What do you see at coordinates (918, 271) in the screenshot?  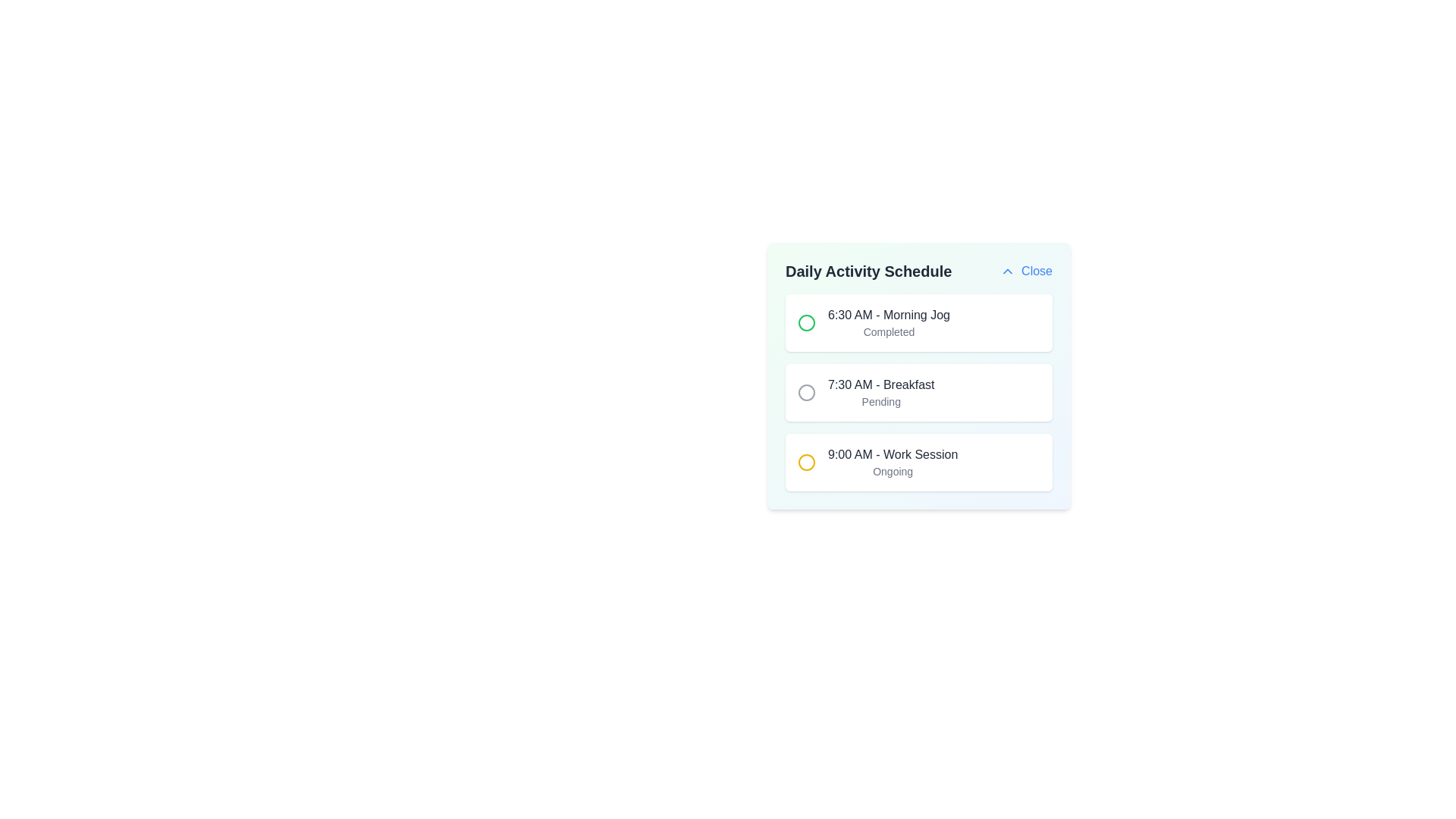 I see `the 'Daily Activity Schedule' heading element, which is styled with bold, large text and is located at the top-left corner of the card interface` at bounding box center [918, 271].